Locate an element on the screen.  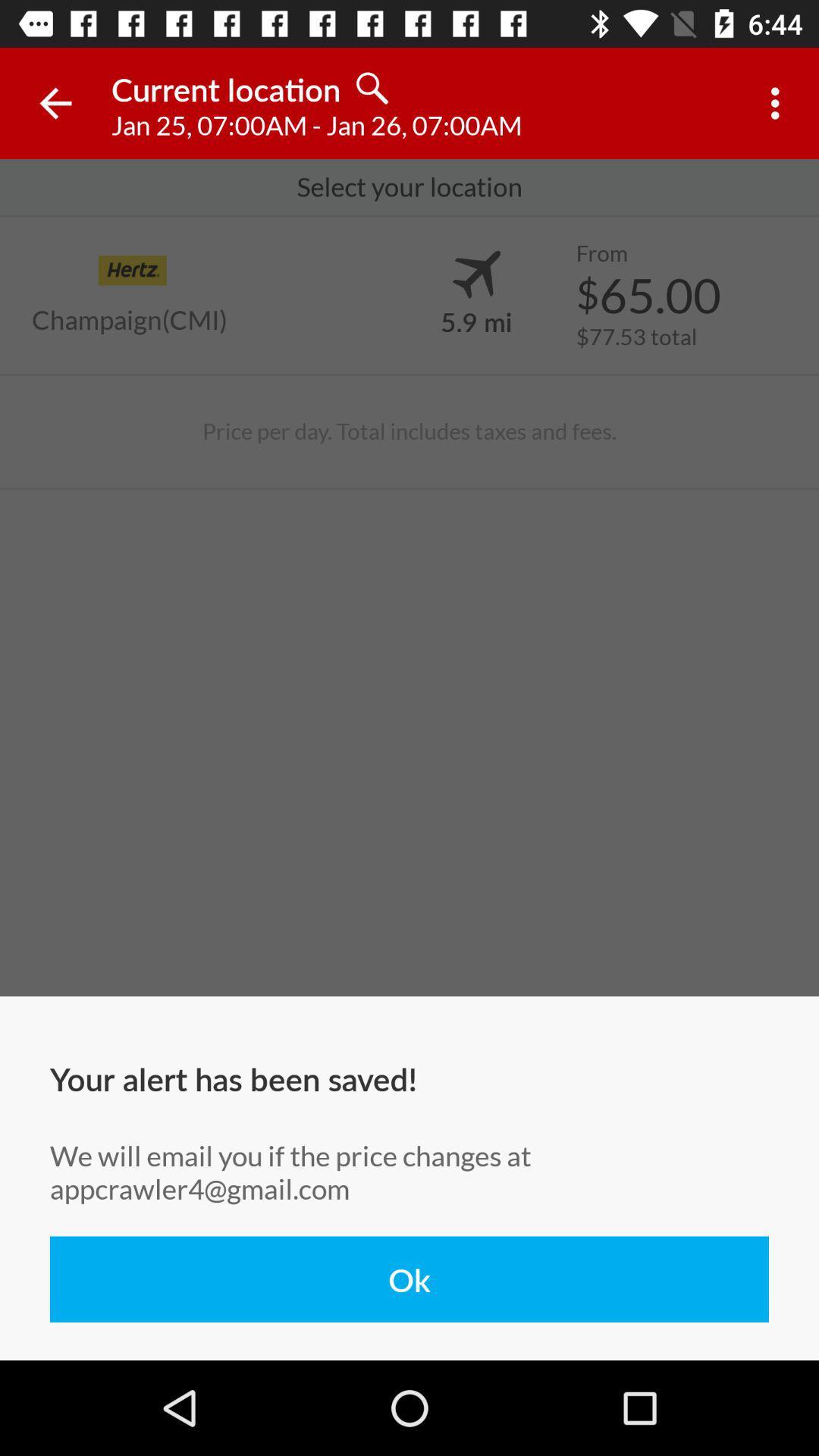
the item next to the current location is located at coordinates (55, 102).